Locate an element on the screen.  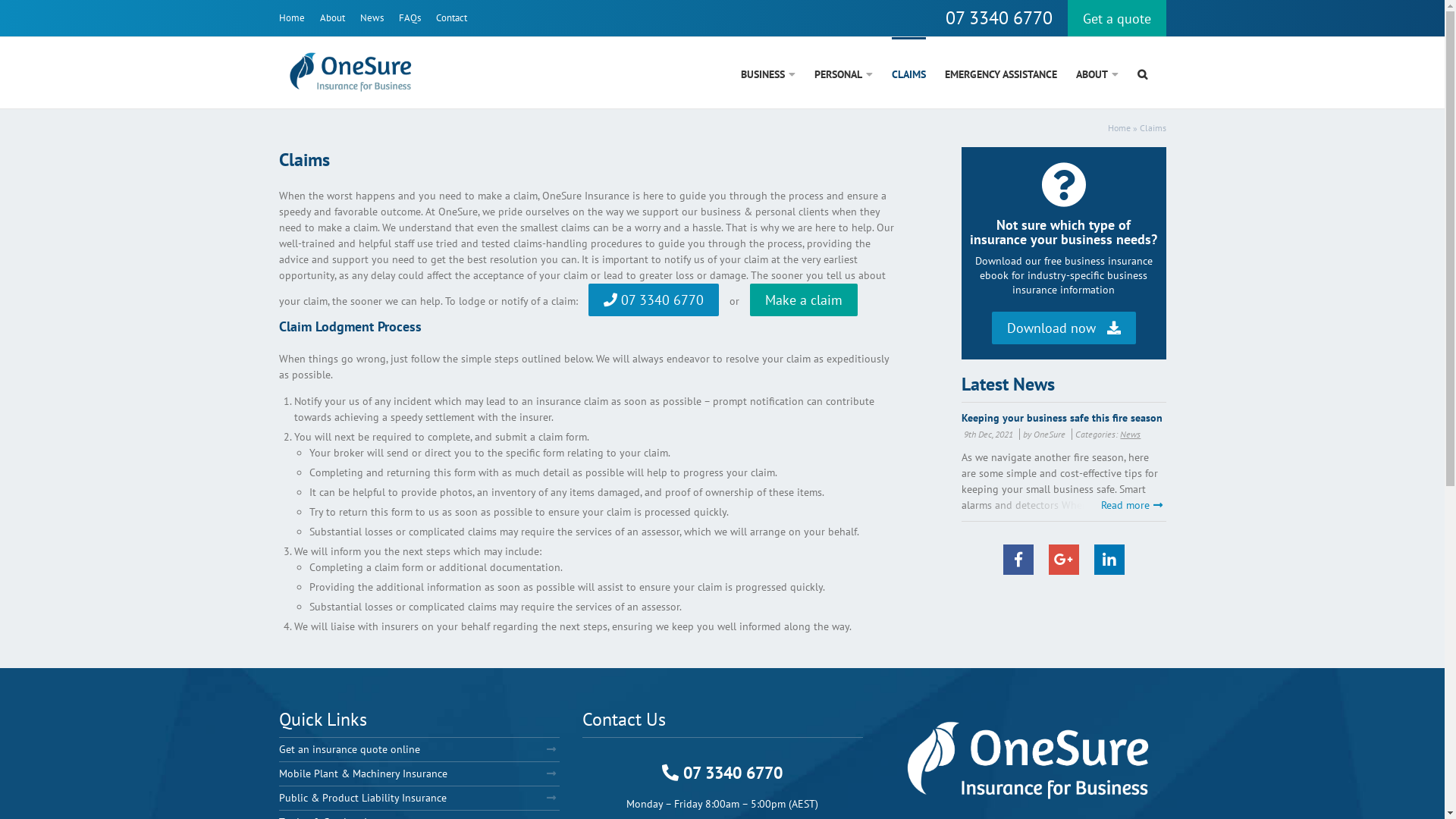
'EMERGENCY ASSISTANCE' is located at coordinates (944, 72).